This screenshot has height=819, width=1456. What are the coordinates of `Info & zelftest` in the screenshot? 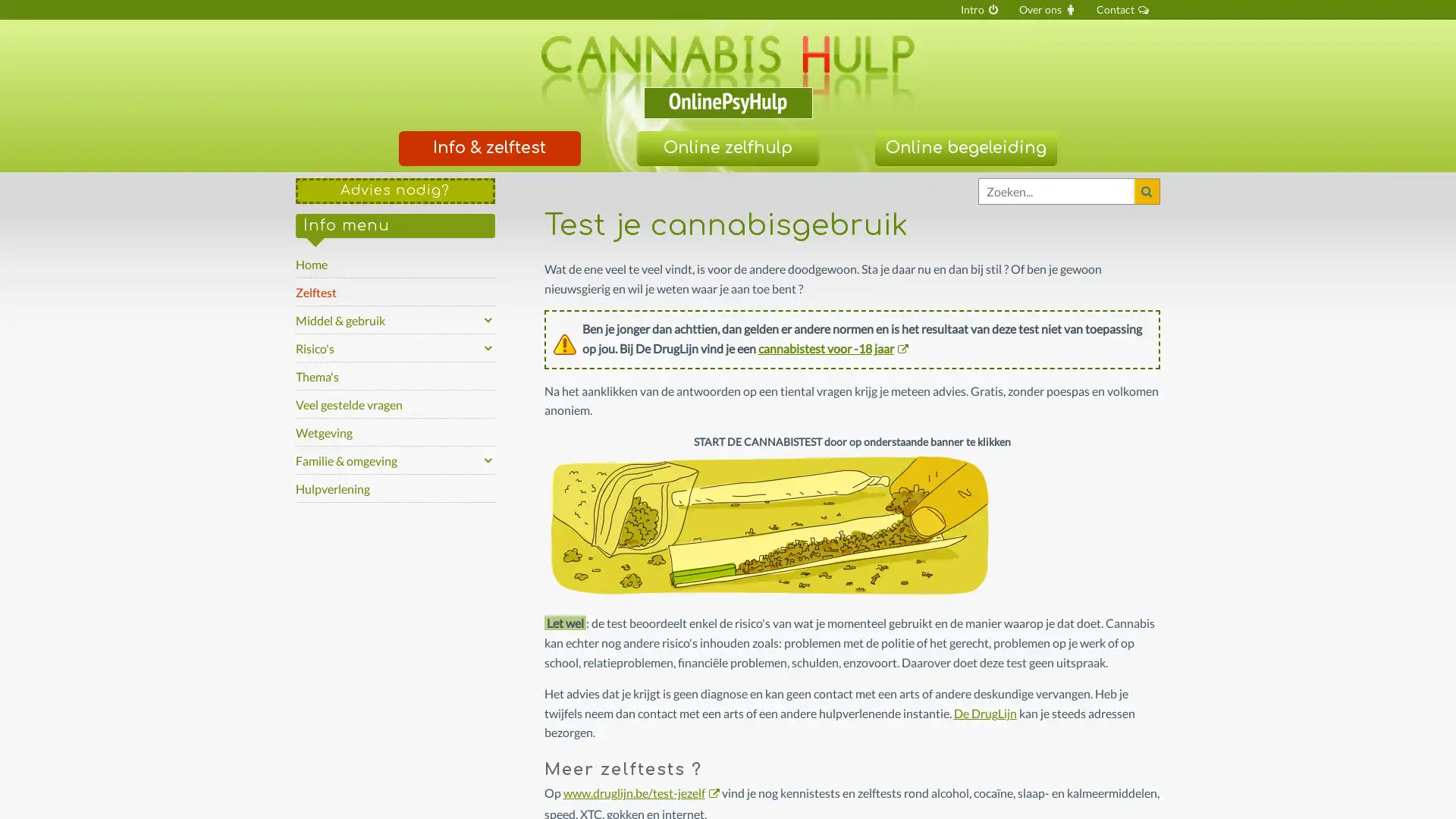 It's located at (488, 148).